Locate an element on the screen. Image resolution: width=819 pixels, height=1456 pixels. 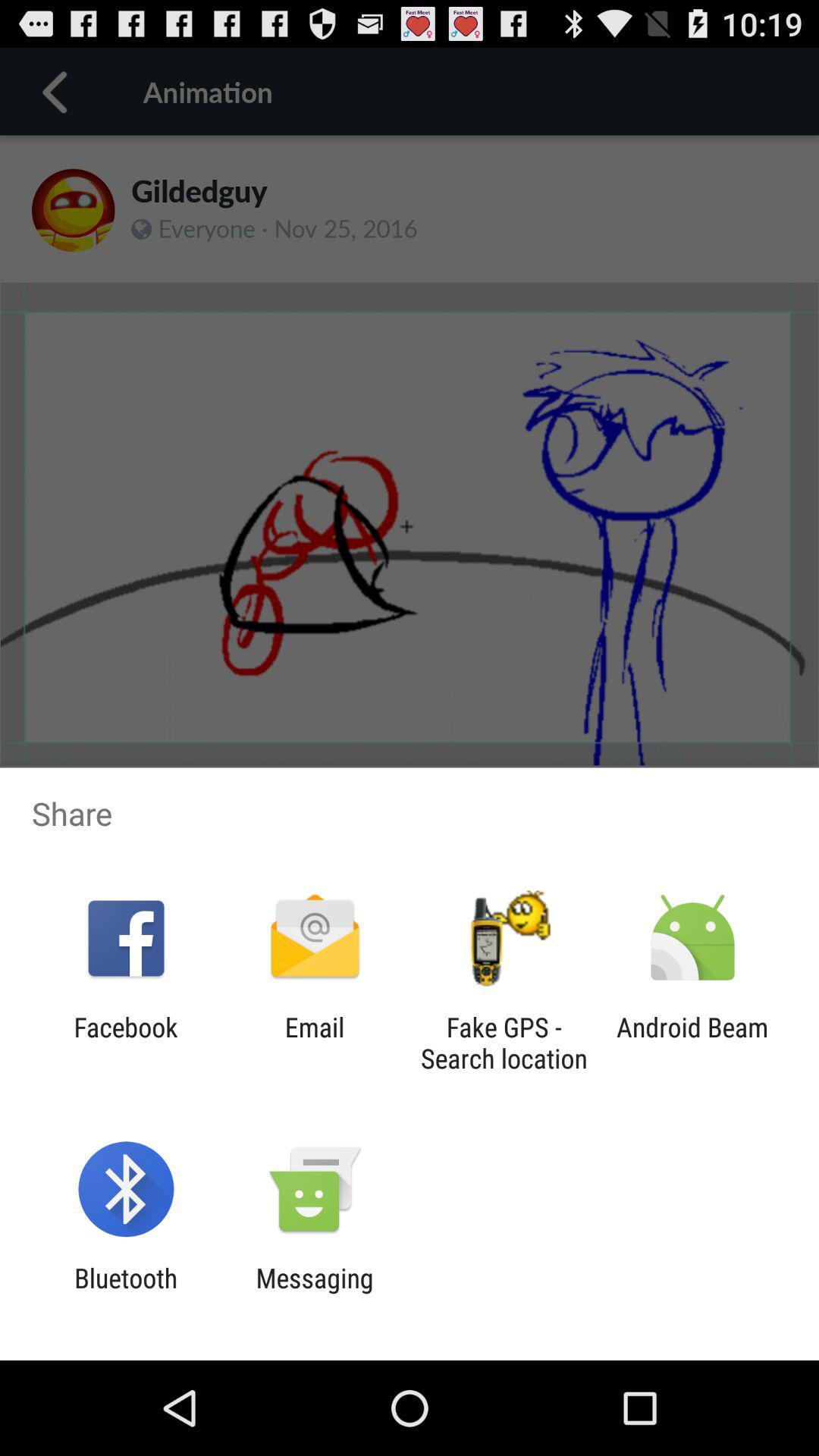
the fake gps search item is located at coordinates (504, 1042).